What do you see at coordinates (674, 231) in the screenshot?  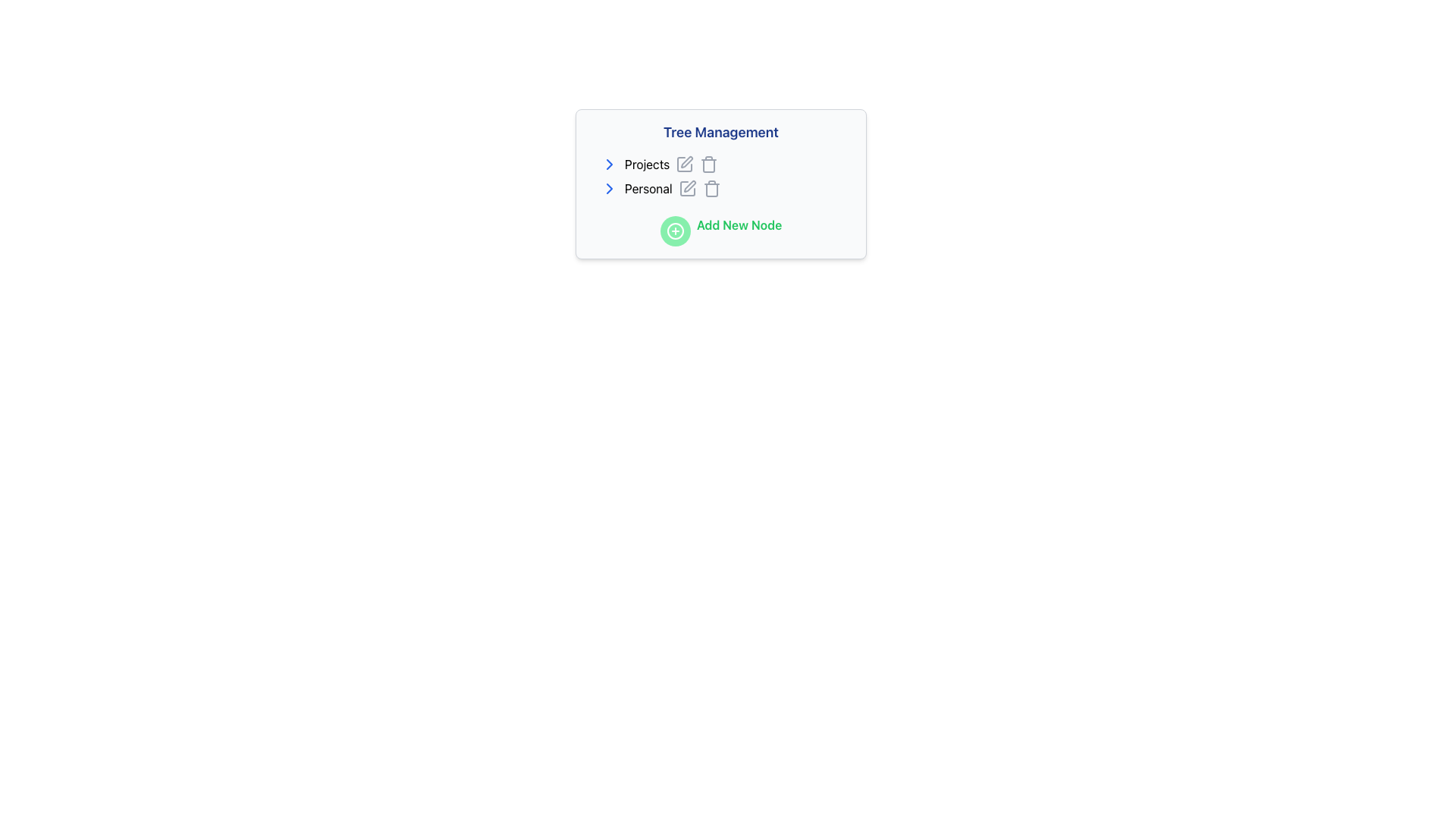 I see `the circular green button with a white plus sign, located below the 'Tree Management' section` at bounding box center [674, 231].